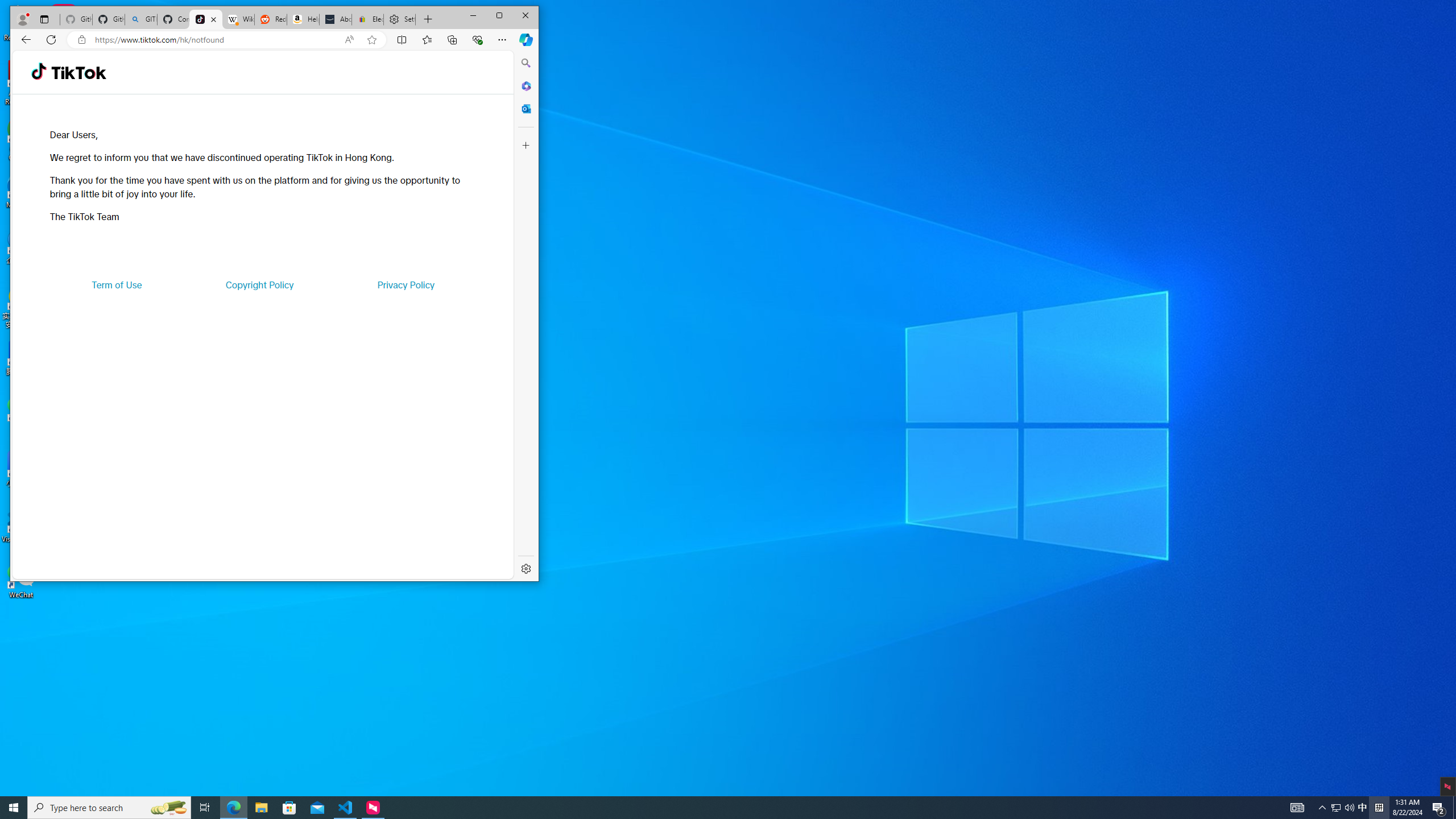  Describe the element at coordinates (303, 19) in the screenshot. I see `'Help & Contact Us - Amazon Customer Service'` at that location.